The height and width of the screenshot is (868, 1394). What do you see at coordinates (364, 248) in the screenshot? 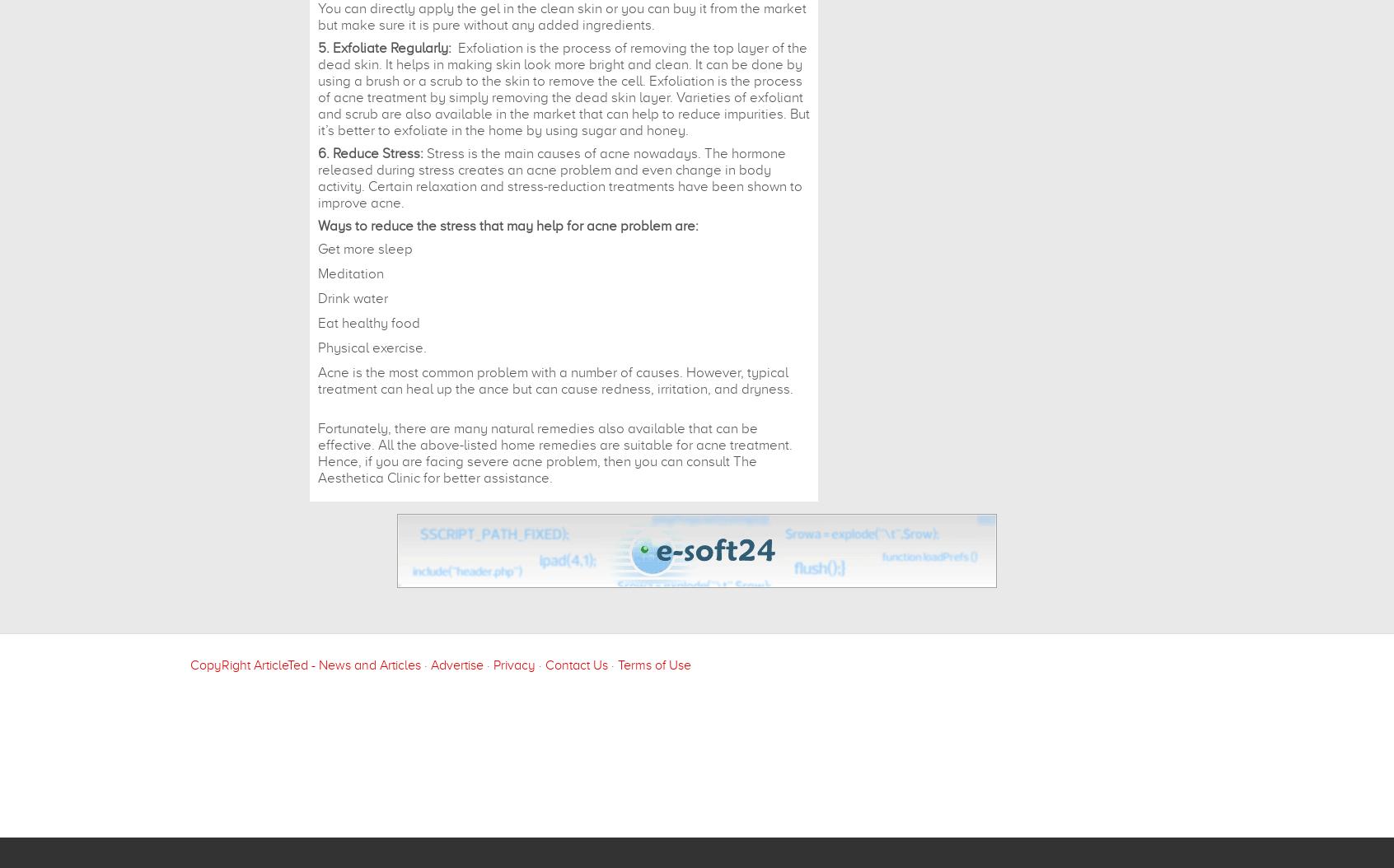
I see `'Get more sleep'` at bounding box center [364, 248].